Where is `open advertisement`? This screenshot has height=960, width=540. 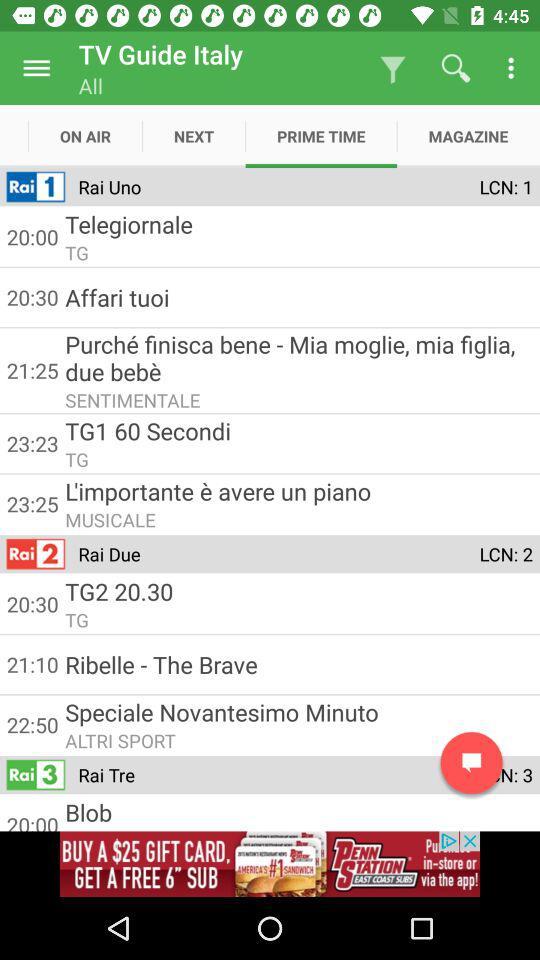 open advertisement is located at coordinates (270, 863).